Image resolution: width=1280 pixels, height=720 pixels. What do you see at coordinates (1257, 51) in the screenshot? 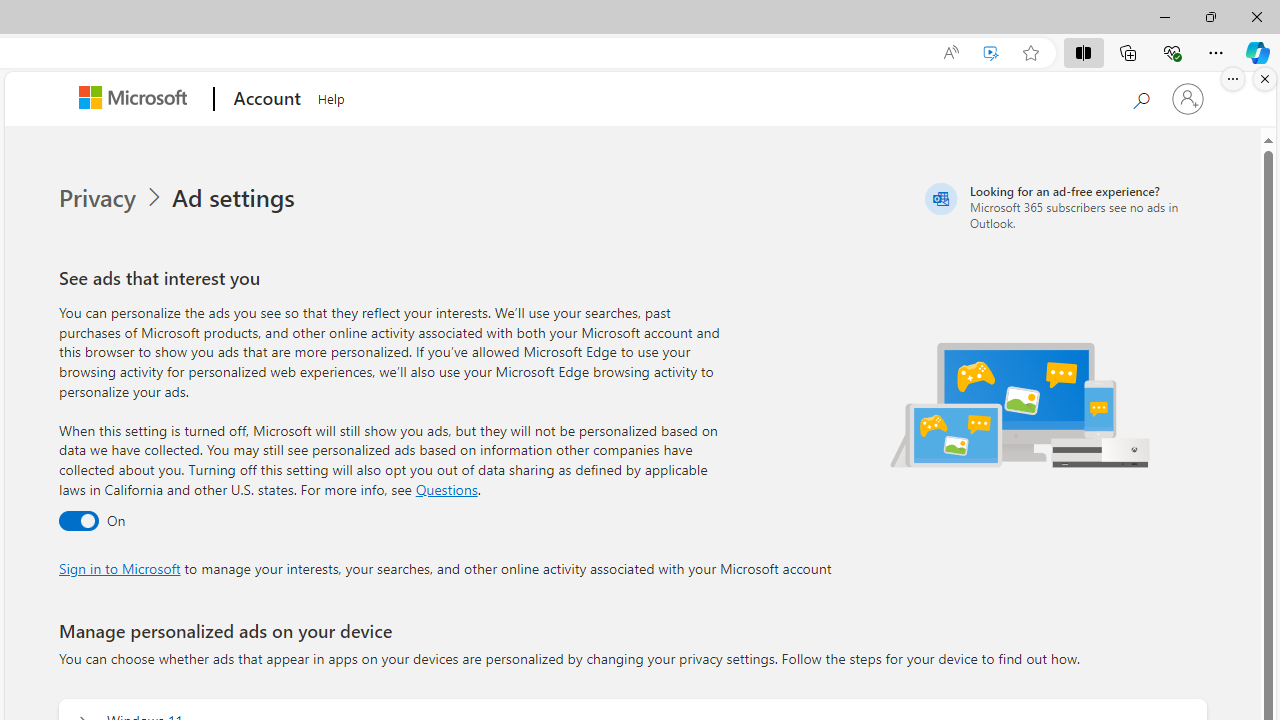
I see `'Copilot (Ctrl+Shift+.)'` at bounding box center [1257, 51].